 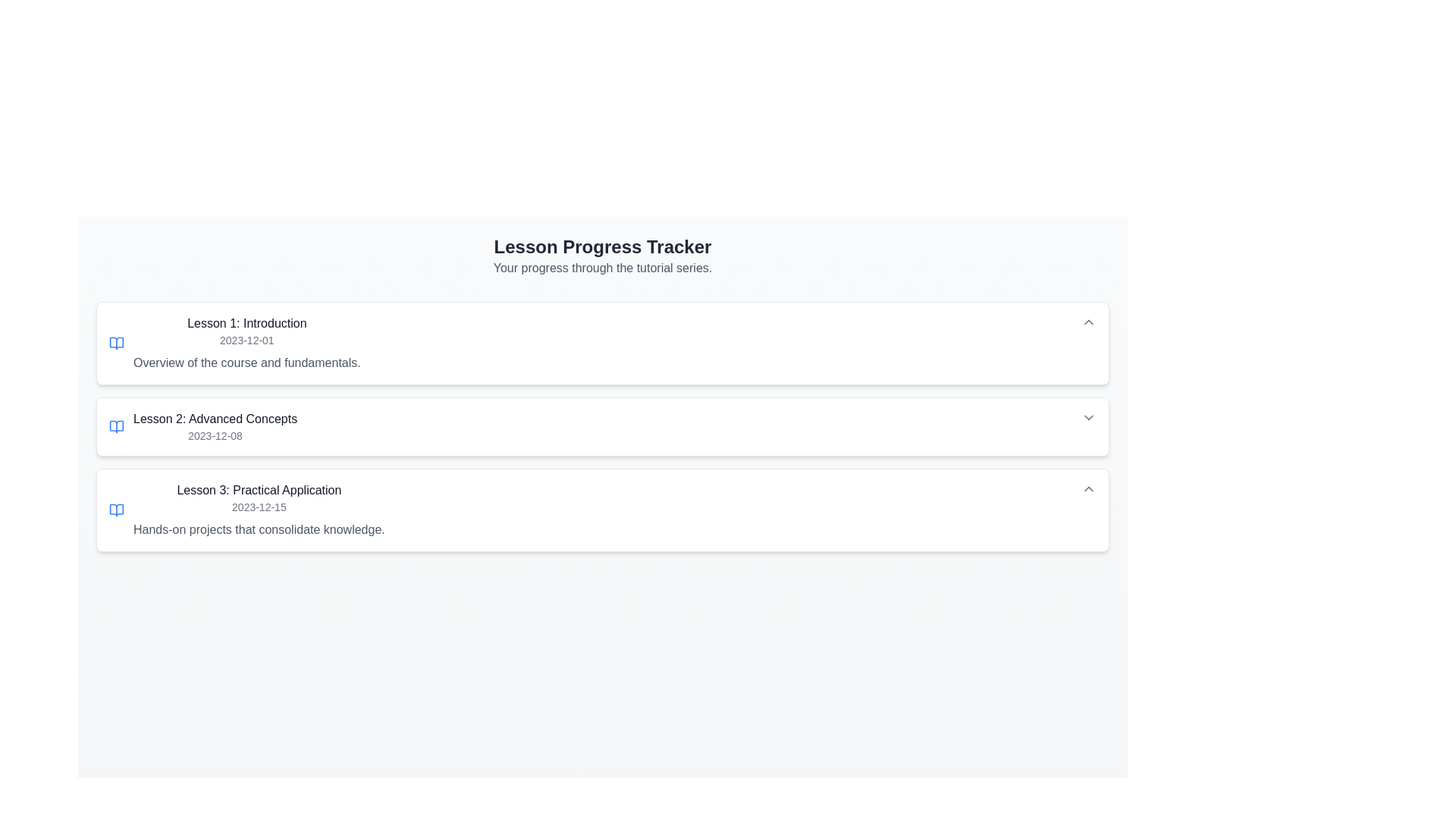 I want to click on the Static Text Label that serves as a title for the lesson progress tracker, located above the text 'Your progress through the tutorial series.', so click(x=602, y=246).